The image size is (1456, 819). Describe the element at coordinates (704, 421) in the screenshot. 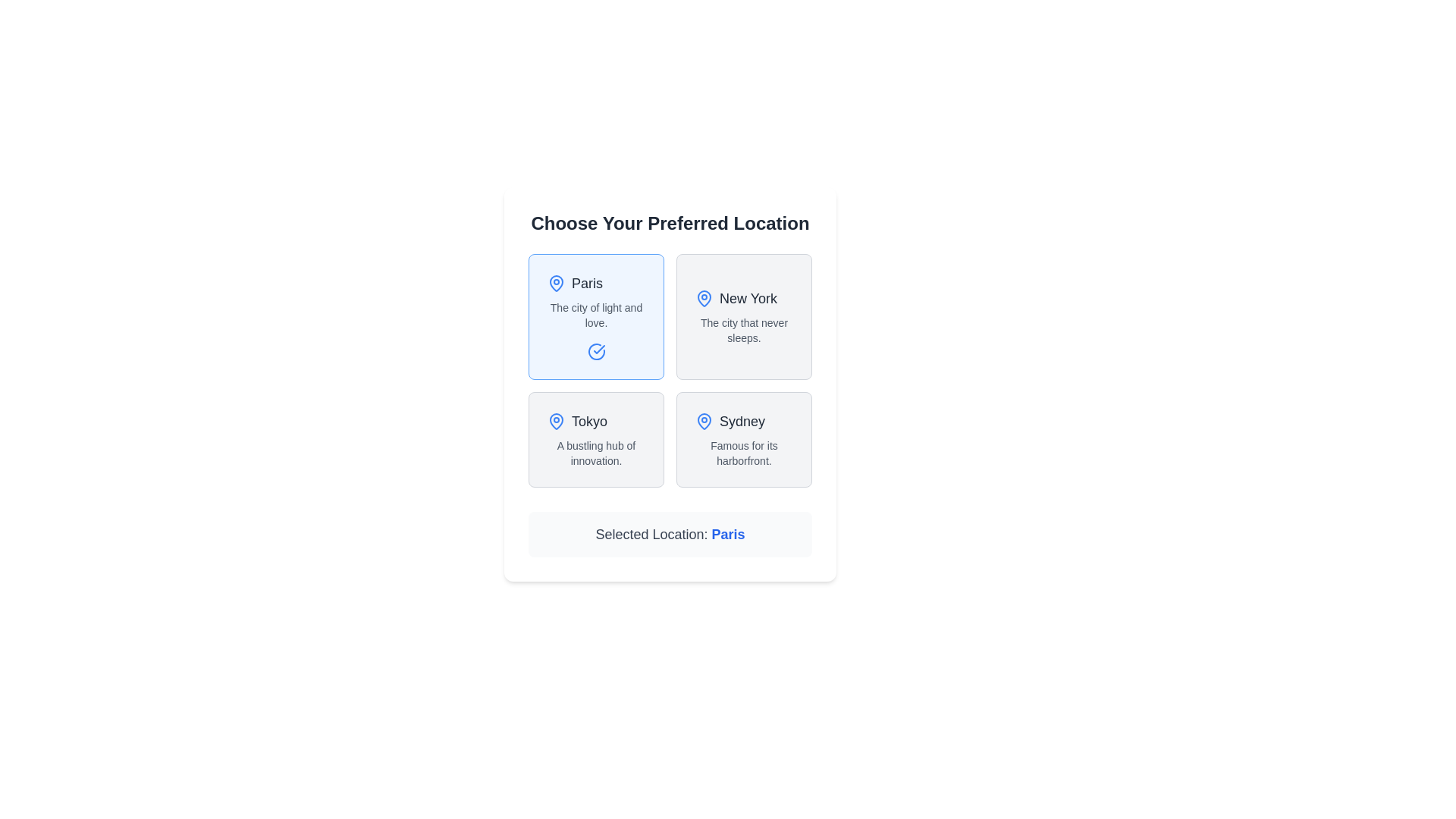

I see `the blue location pin icon representing the geographic point next to the 'Sydney' label` at that location.